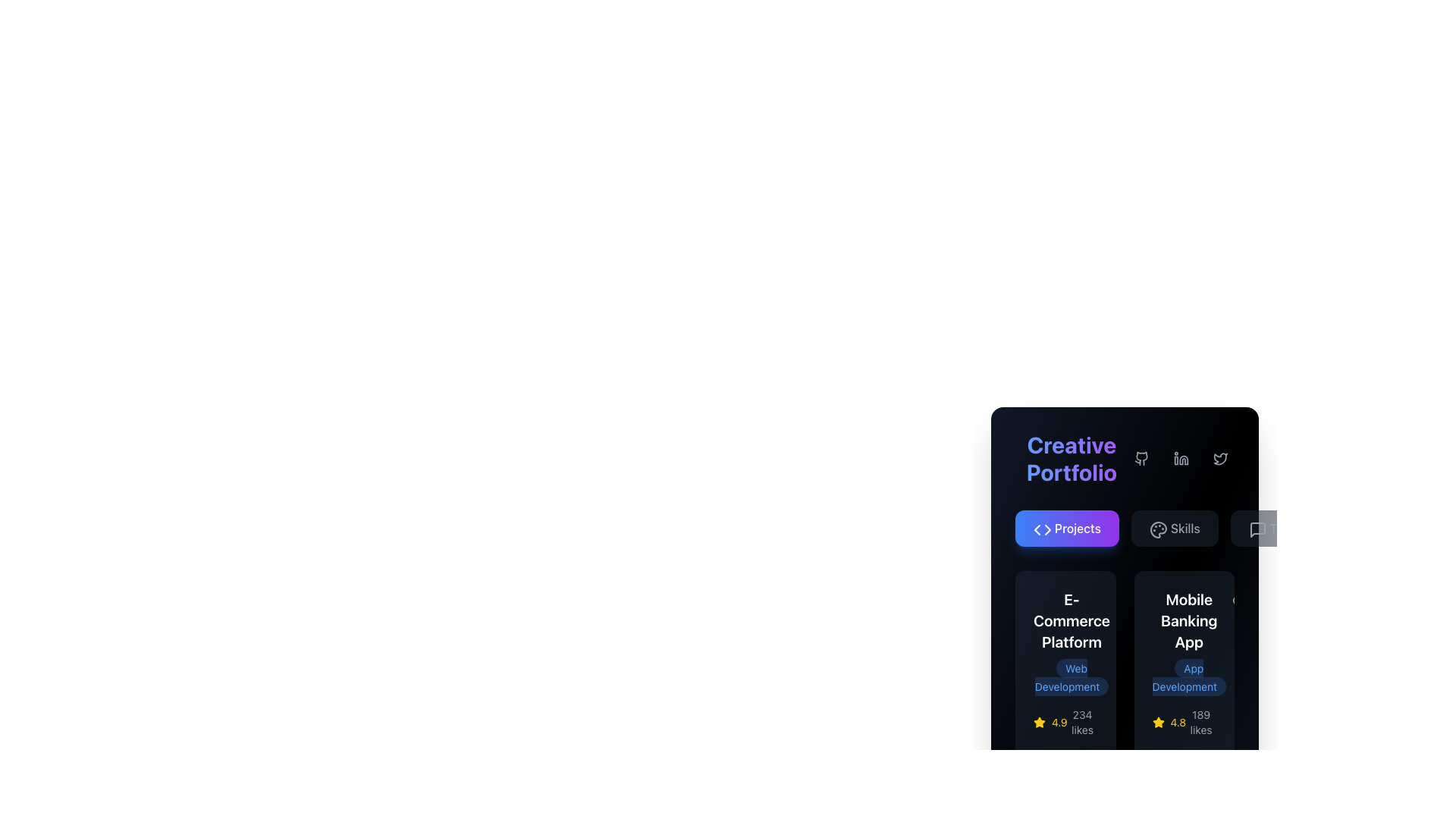 The width and height of the screenshot is (1456, 819). What do you see at coordinates (1123, 601) in the screenshot?
I see `the 'like' button located in the upper-right corner of the card titled 'E-Commerce Platform' to change its color` at bounding box center [1123, 601].